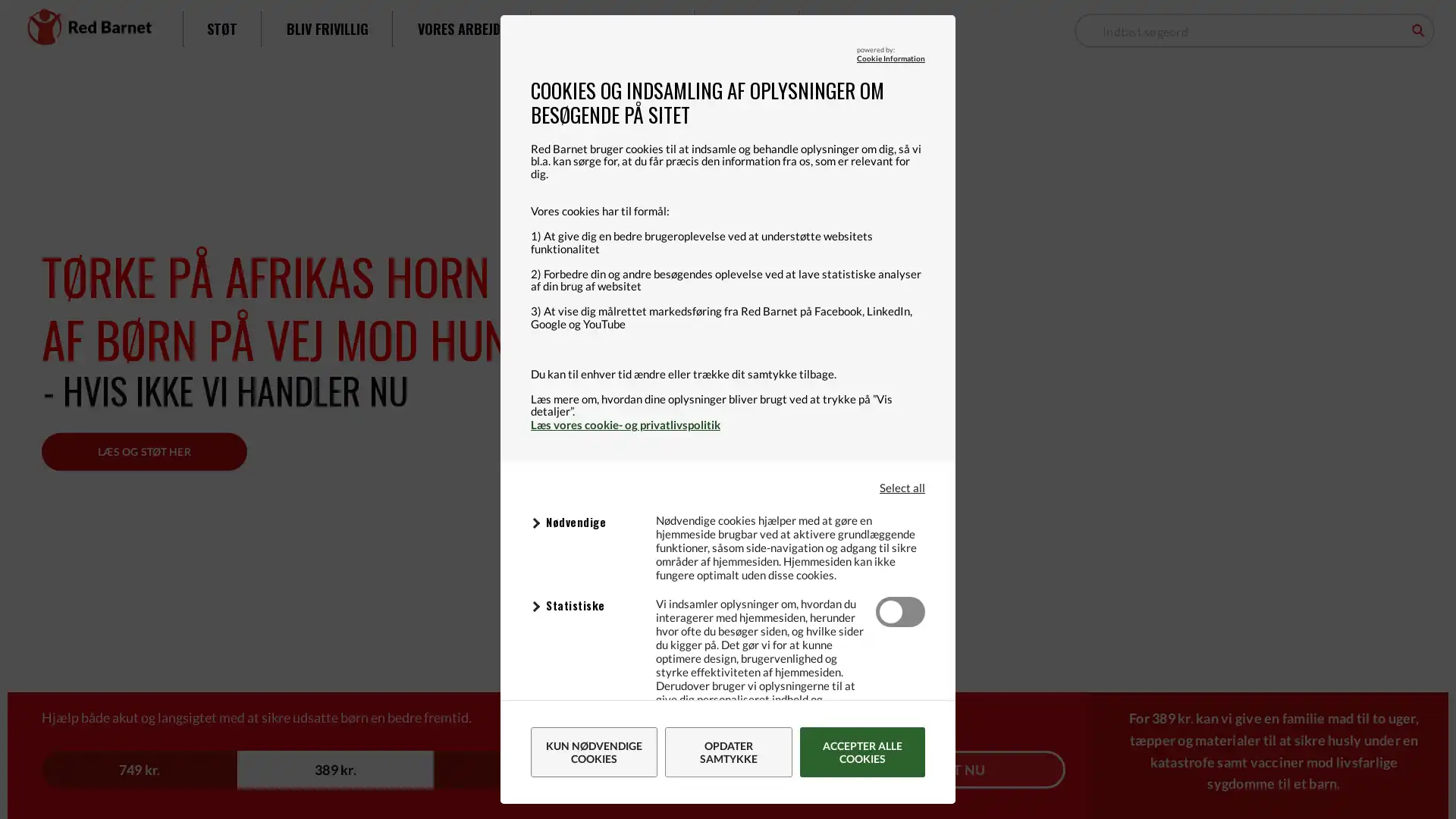 The width and height of the screenshot is (1456, 819). What do you see at coordinates (585, 605) in the screenshot?
I see `Data Processor: Google Analytics Formal: Indsamler oplysninger om brugerne og deres aktivitet pa websitet til analyse og rapporteringsformal. Data Processor Privacy Policy: Google Analytics - Data Processor Privacy Policy Udlb: 2 ar Navn: _ga Udbyder: .tilmeld.redbarnet.dk Data Processor: Google Analytics Formal: Indsamler oplysninger om brugerne og deres aktivitet pa websitet til analyse og rapporteringsformal. Data Processor Privacy Policy: Google Analytics - Data Processor Privacy Policy Udlb: en dag Navn: _gid Udbyder: .tilmeld.redbarnet.dk Data Processor: Google Analytics Formal: Indsamler oplysninger om brugerne og deres aktivitet pa websitet til analyse og rapporteringsformal. Data Processor Privacy Policy: Google Analytics - Data Processor Privacy Policy Udlb: fa sekunder Navn: _gat_UA-xxx-xxx Udbyder: .tilmeld.redbarnet.dk` at bounding box center [585, 605].